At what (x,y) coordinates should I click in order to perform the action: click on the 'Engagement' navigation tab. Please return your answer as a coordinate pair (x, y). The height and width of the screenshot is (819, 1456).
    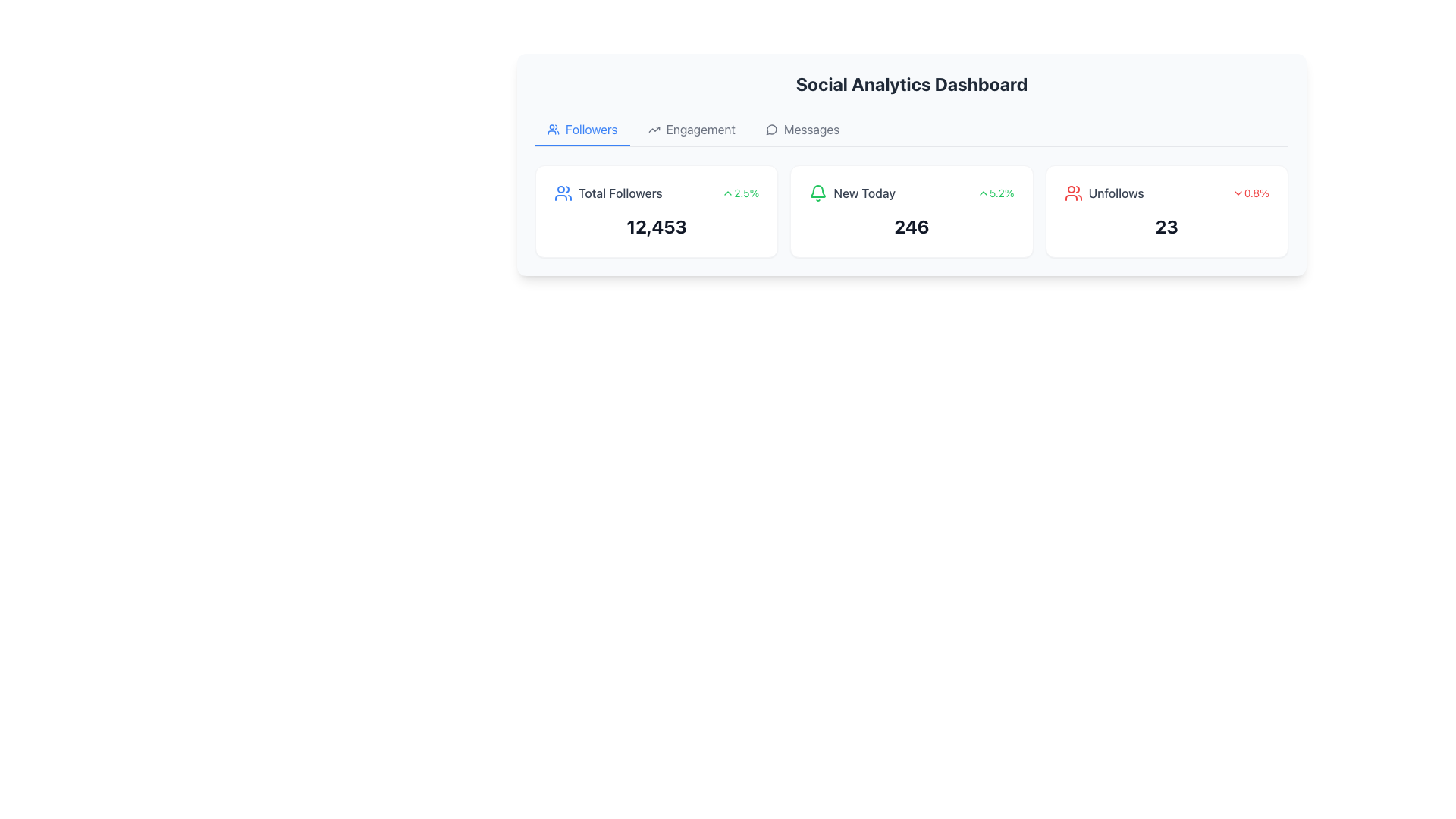
    Looking at the image, I should click on (700, 128).